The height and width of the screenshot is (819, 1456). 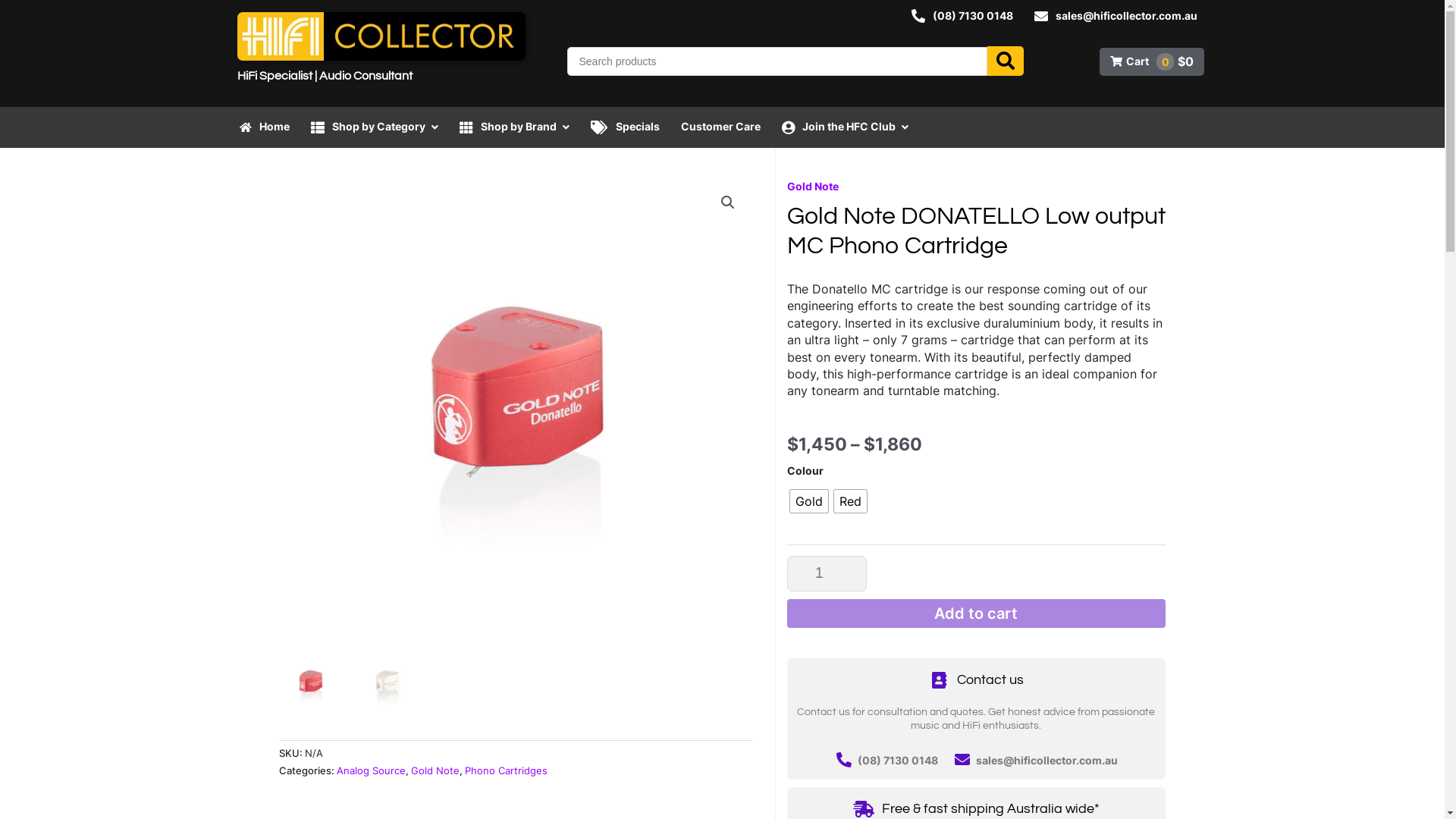 What do you see at coordinates (844, 125) in the screenshot?
I see `'Join the HFC Club'` at bounding box center [844, 125].